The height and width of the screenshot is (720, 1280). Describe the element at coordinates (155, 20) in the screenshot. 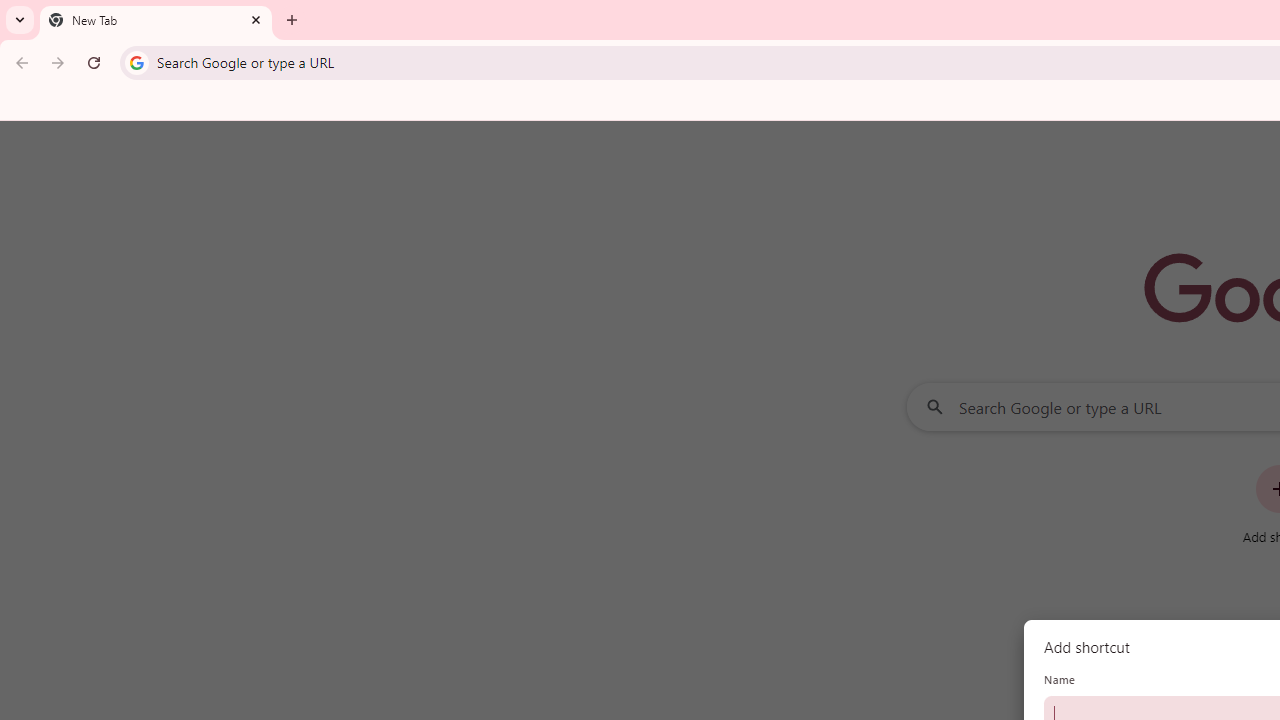

I see `'New Tab'` at that location.